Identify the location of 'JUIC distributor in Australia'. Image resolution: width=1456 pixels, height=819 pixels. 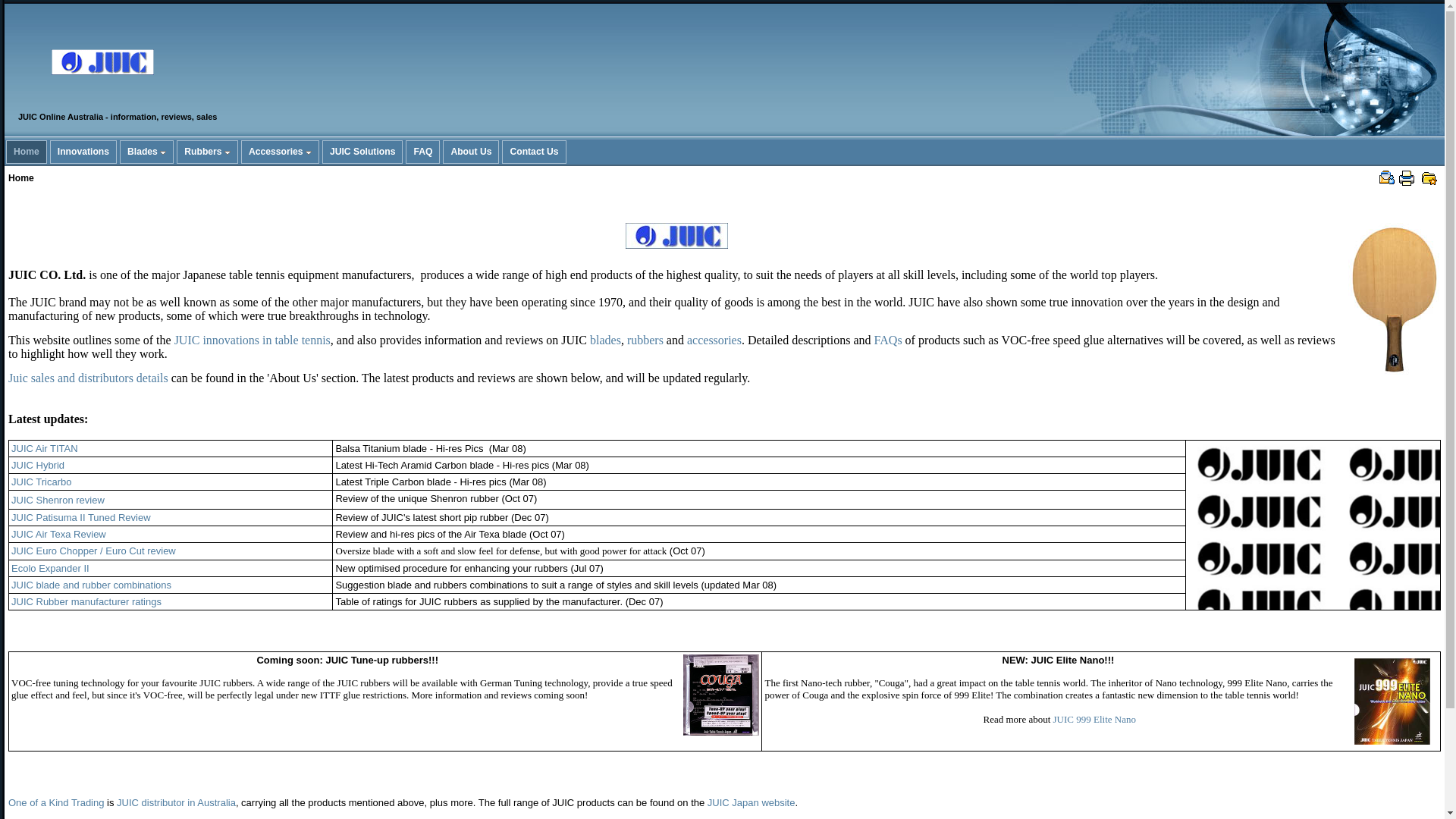
(176, 802).